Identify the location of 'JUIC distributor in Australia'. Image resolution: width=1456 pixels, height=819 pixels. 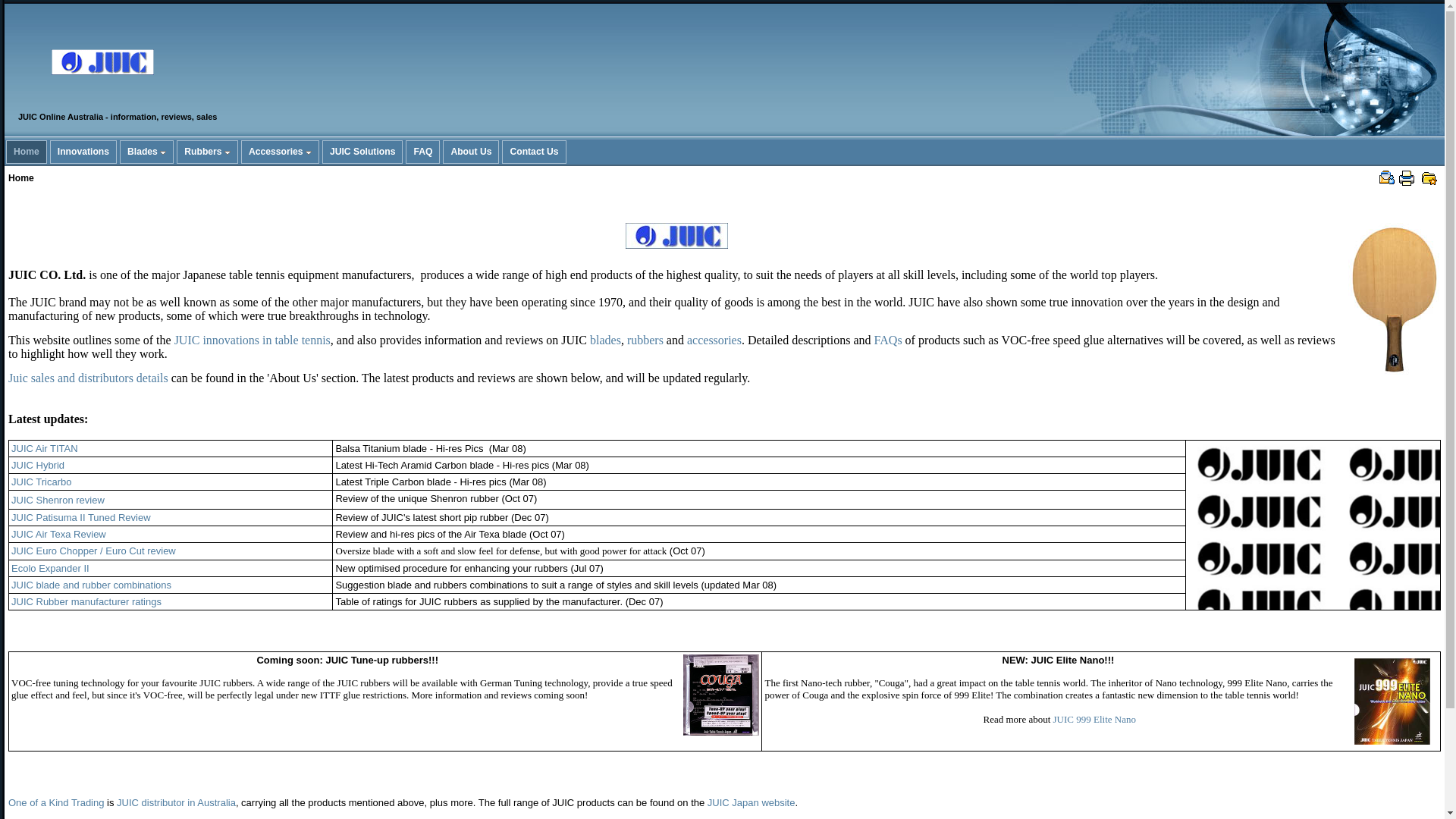
(176, 802).